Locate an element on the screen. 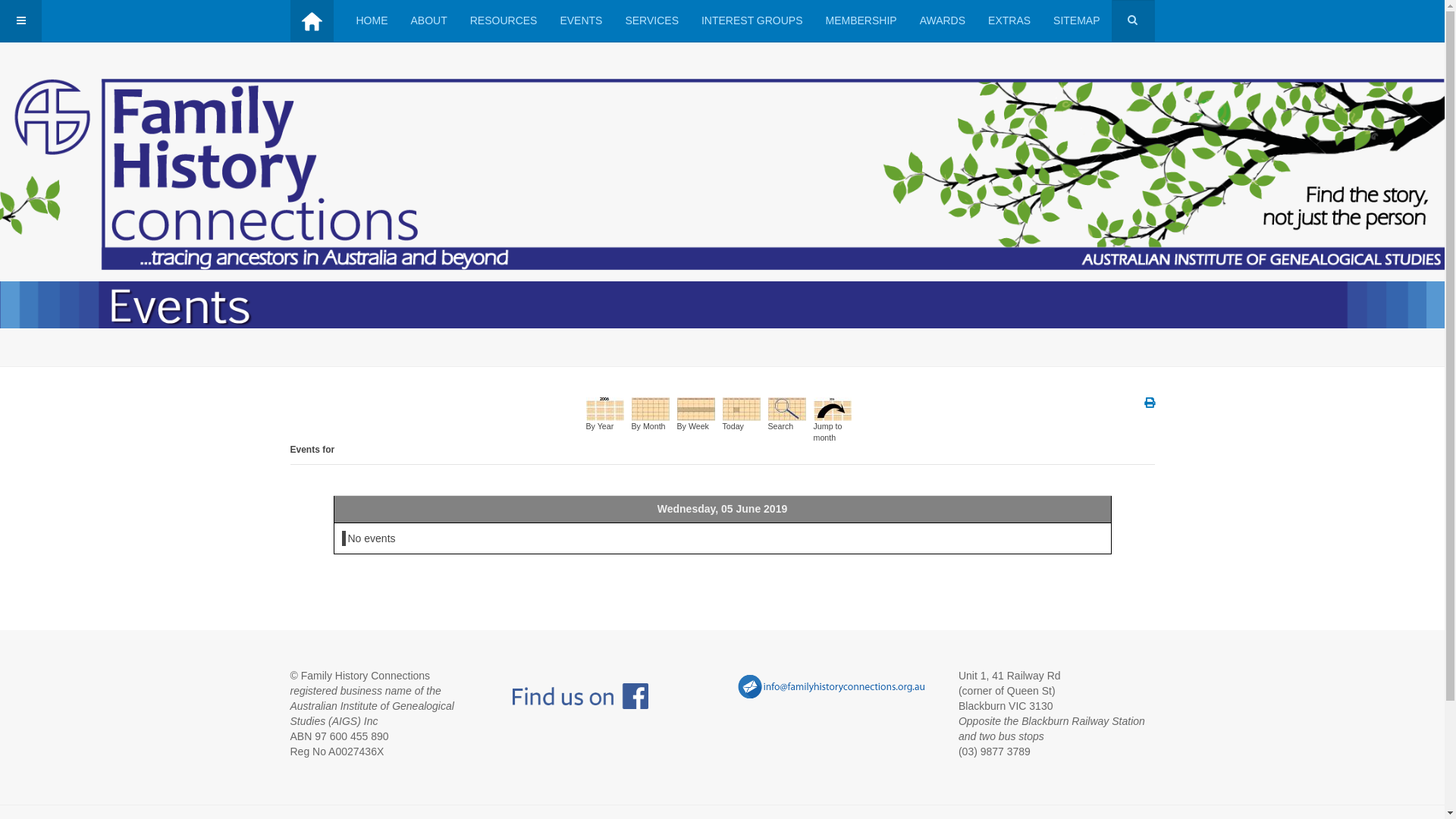 The height and width of the screenshot is (819, 1456). 'AWARDS' is located at coordinates (942, 20).